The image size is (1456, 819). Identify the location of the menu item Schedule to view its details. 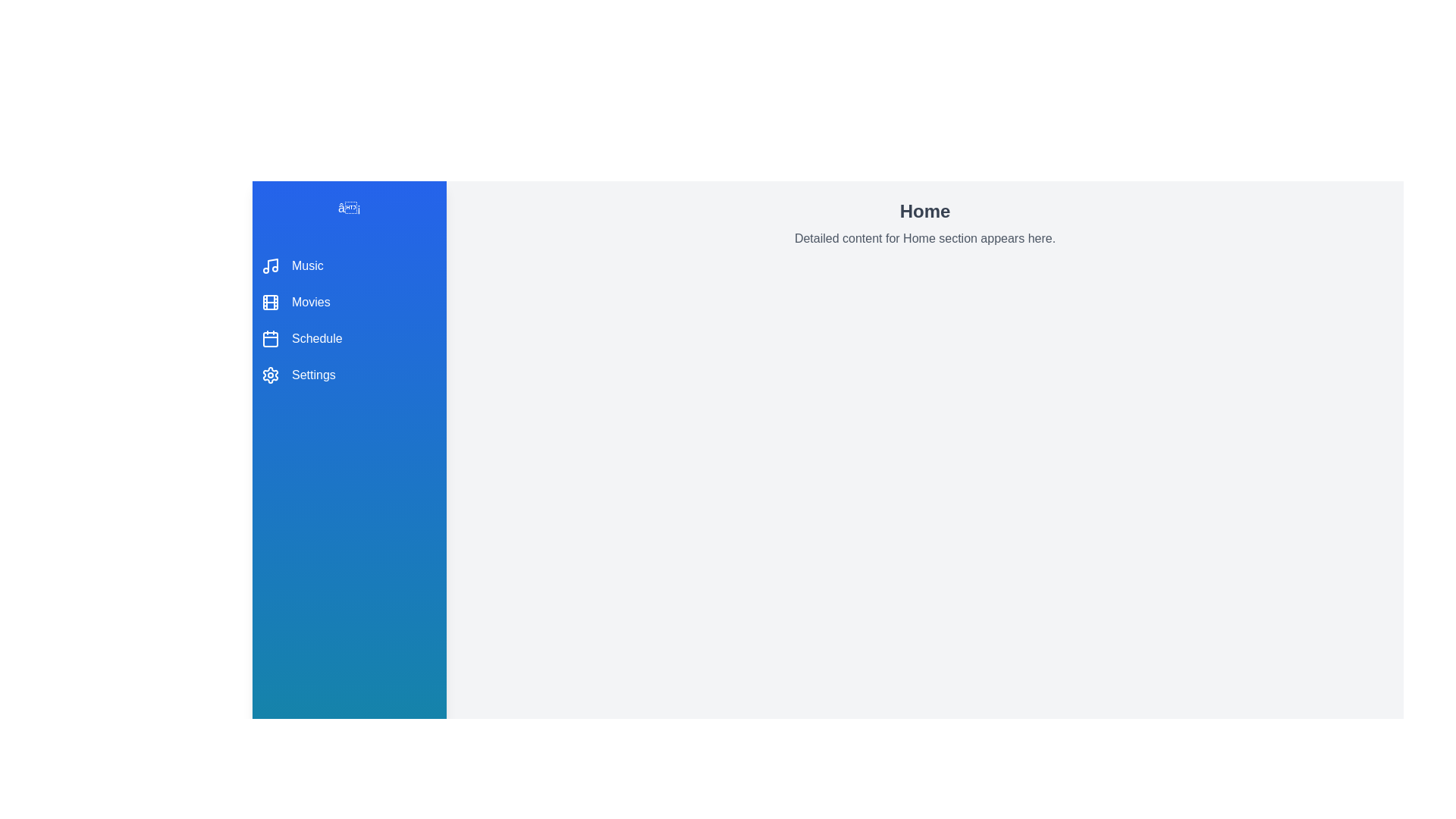
(348, 338).